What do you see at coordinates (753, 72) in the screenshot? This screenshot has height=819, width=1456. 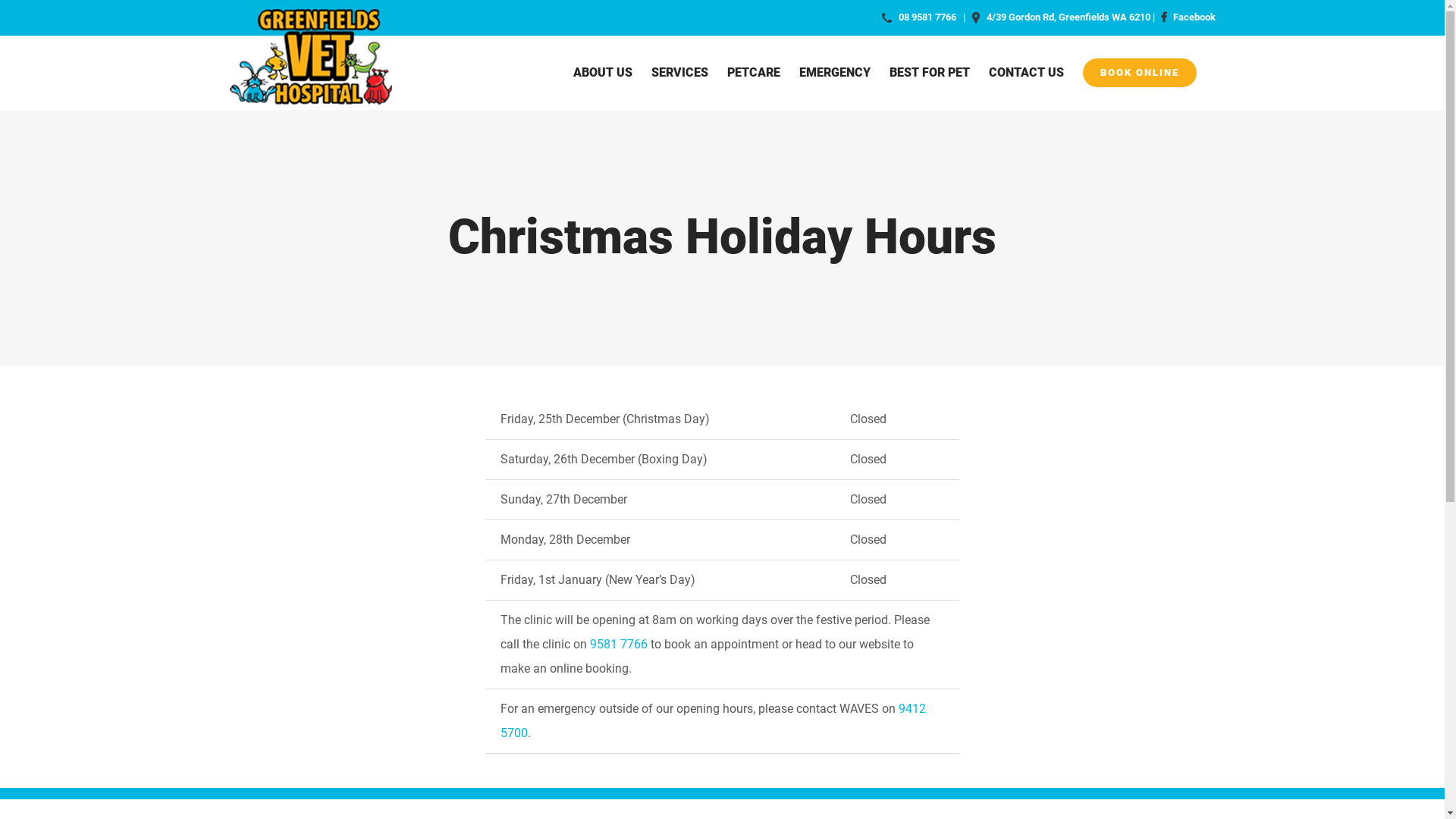 I see `'PETCARE'` at bounding box center [753, 72].